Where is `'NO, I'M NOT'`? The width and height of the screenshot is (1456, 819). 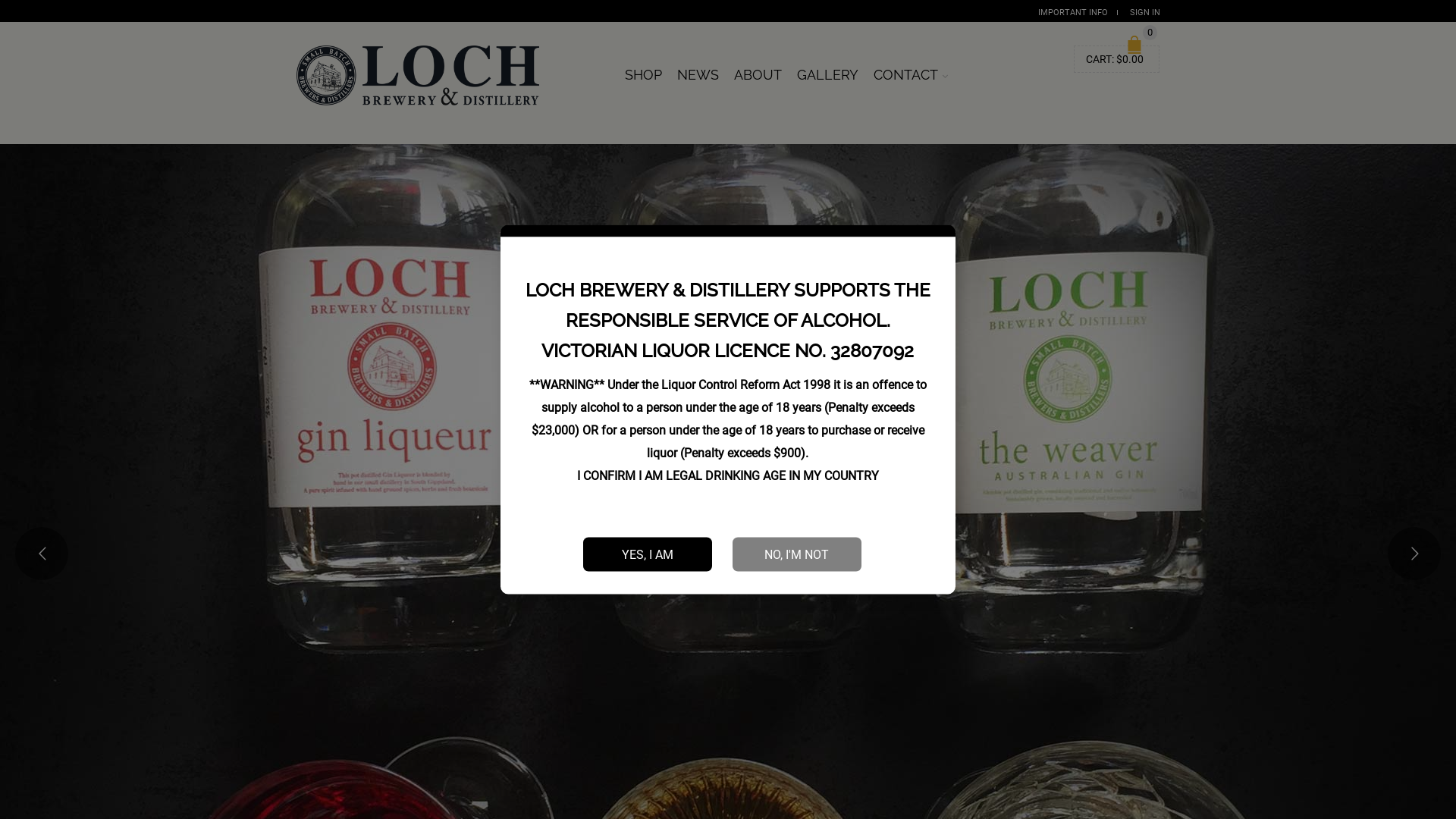 'NO, I'M NOT' is located at coordinates (796, 554).